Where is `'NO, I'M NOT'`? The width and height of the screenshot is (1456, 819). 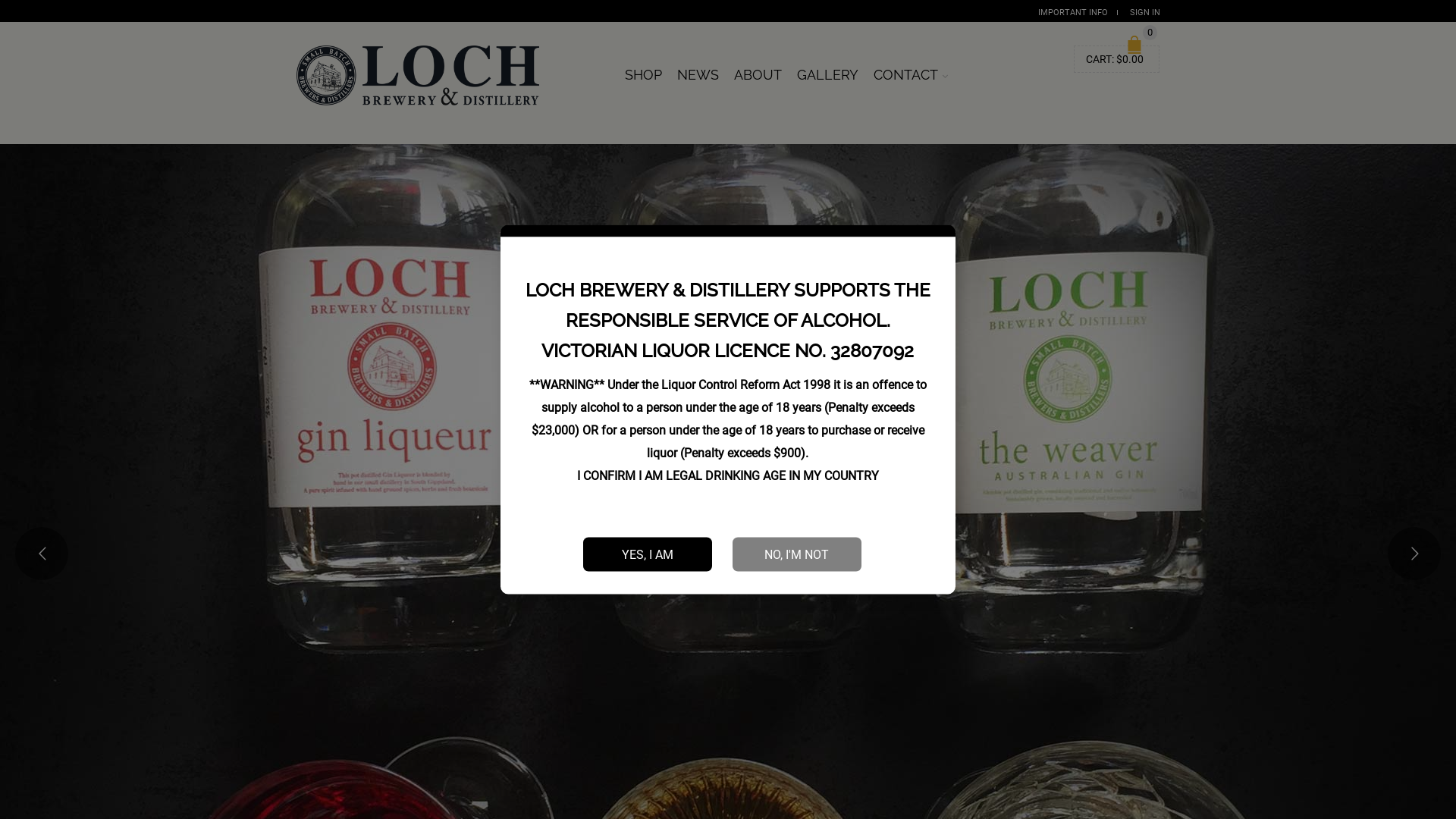 'NO, I'M NOT' is located at coordinates (796, 554).